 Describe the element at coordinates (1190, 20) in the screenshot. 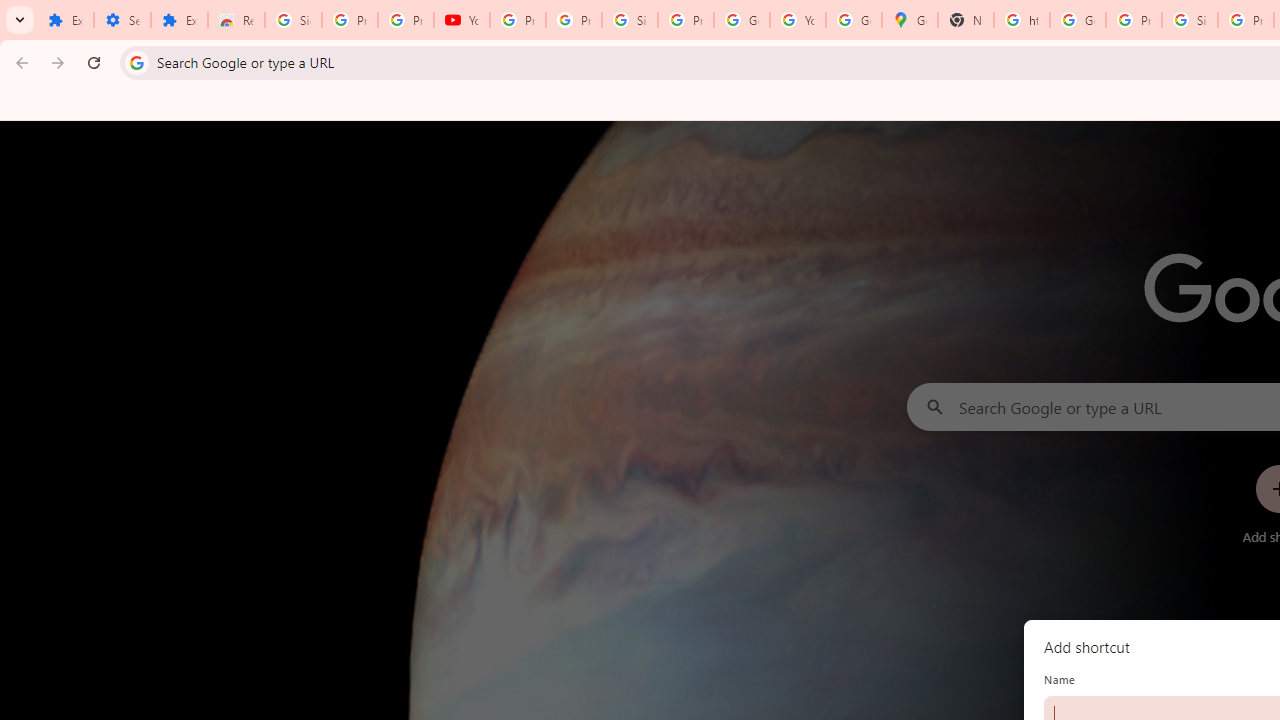

I see `'Sign in - Google Accounts'` at that location.